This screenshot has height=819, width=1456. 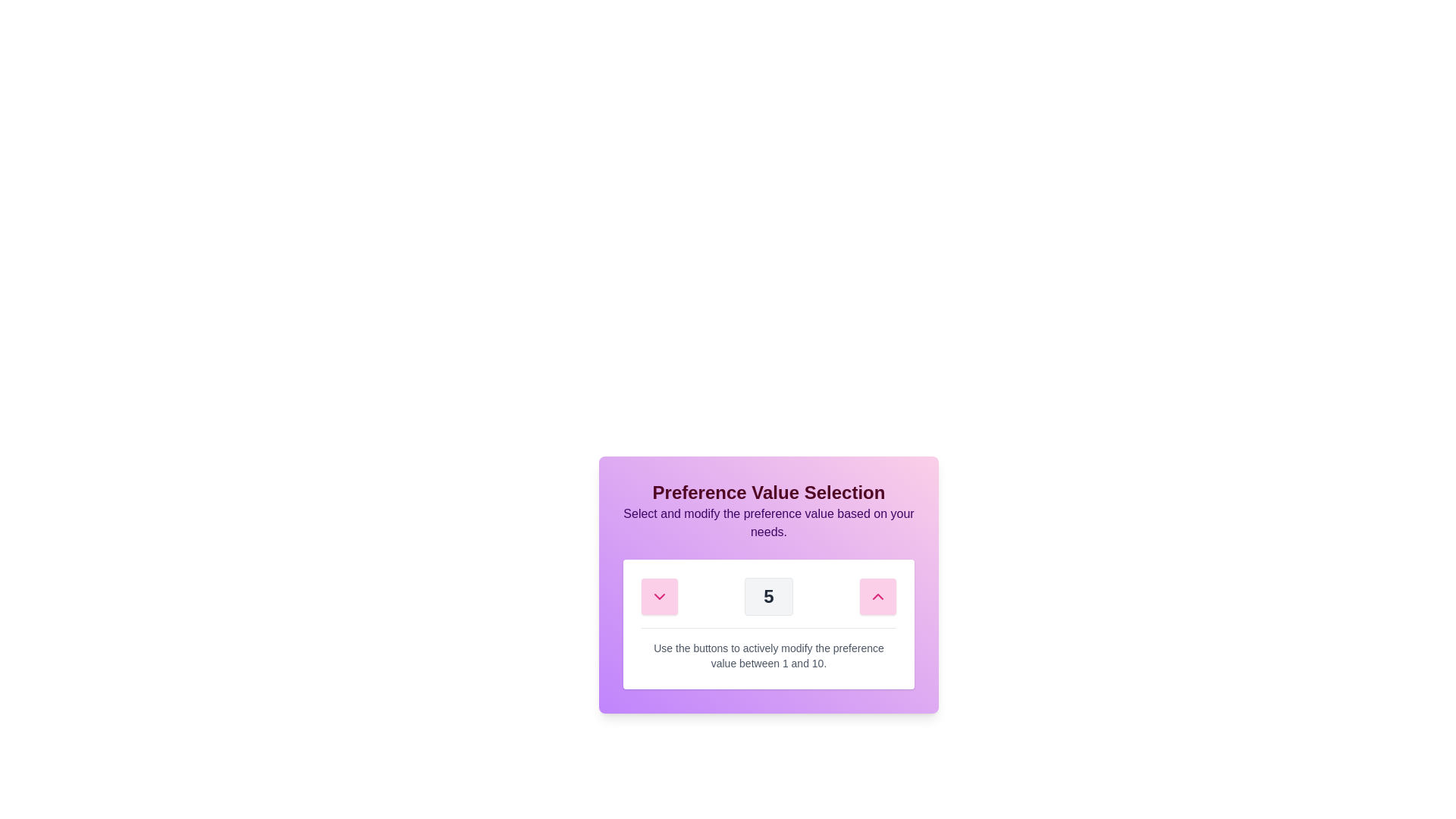 I want to click on descriptive text block that is centrally aligned, gray-colored, and states: 'Use the buttons to actively modify the preference value between 1 and 10.' This text block is located below the number '5' and the upward and downward arrow buttons, so click(x=768, y=648).